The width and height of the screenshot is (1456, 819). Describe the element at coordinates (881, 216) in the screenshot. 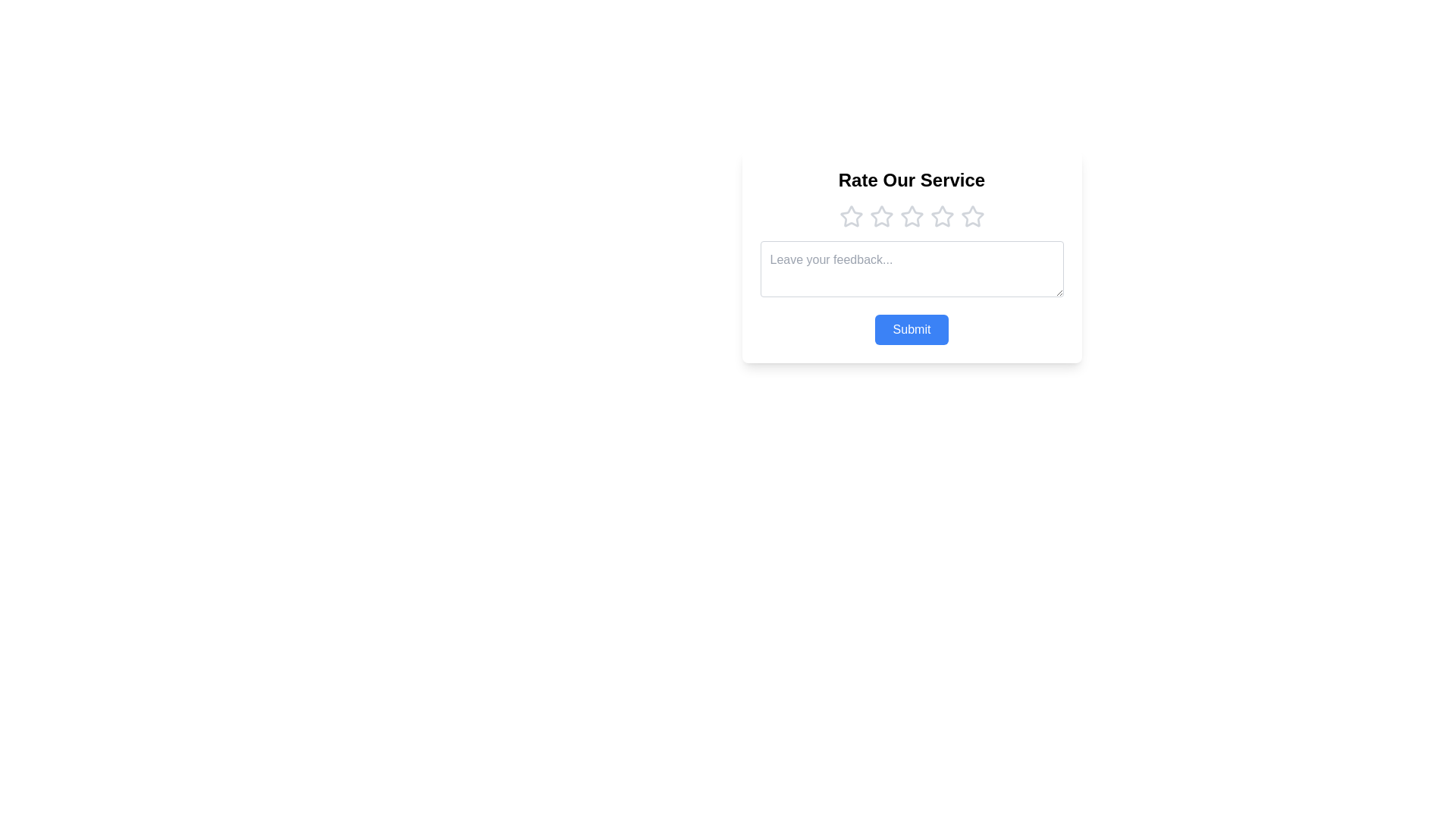

I see `the second star icon in the horizontal row of rating stars, which is light gray with a hollow center, located below the 'Rate Our Service' heading` at that location.